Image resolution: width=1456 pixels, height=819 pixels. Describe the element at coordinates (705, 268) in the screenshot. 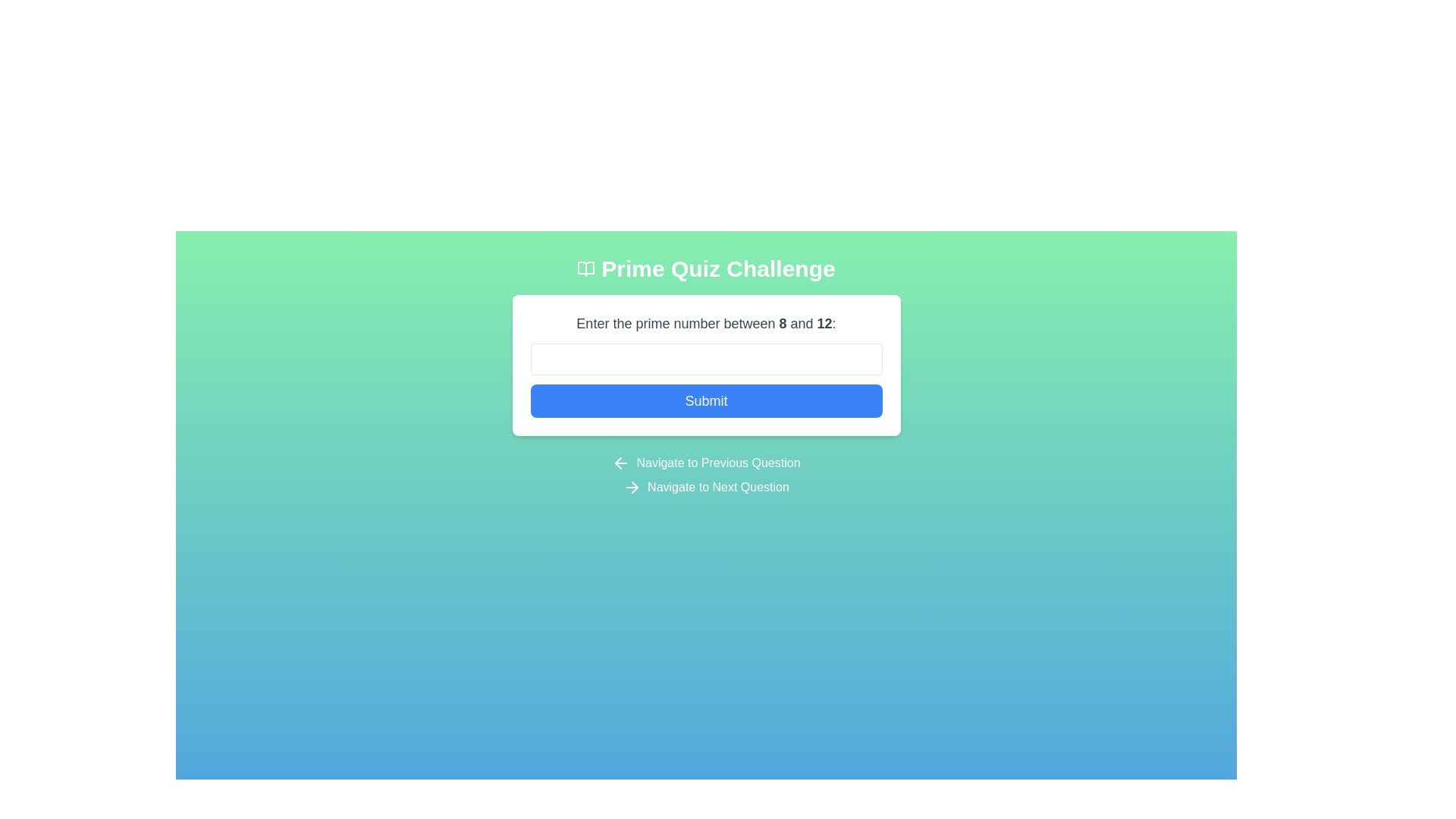

I see `the 'Prime Quiz Challenge' Text with Icon element, which features a bold white heading on a gradient background with a small book icon to its left` at that location.